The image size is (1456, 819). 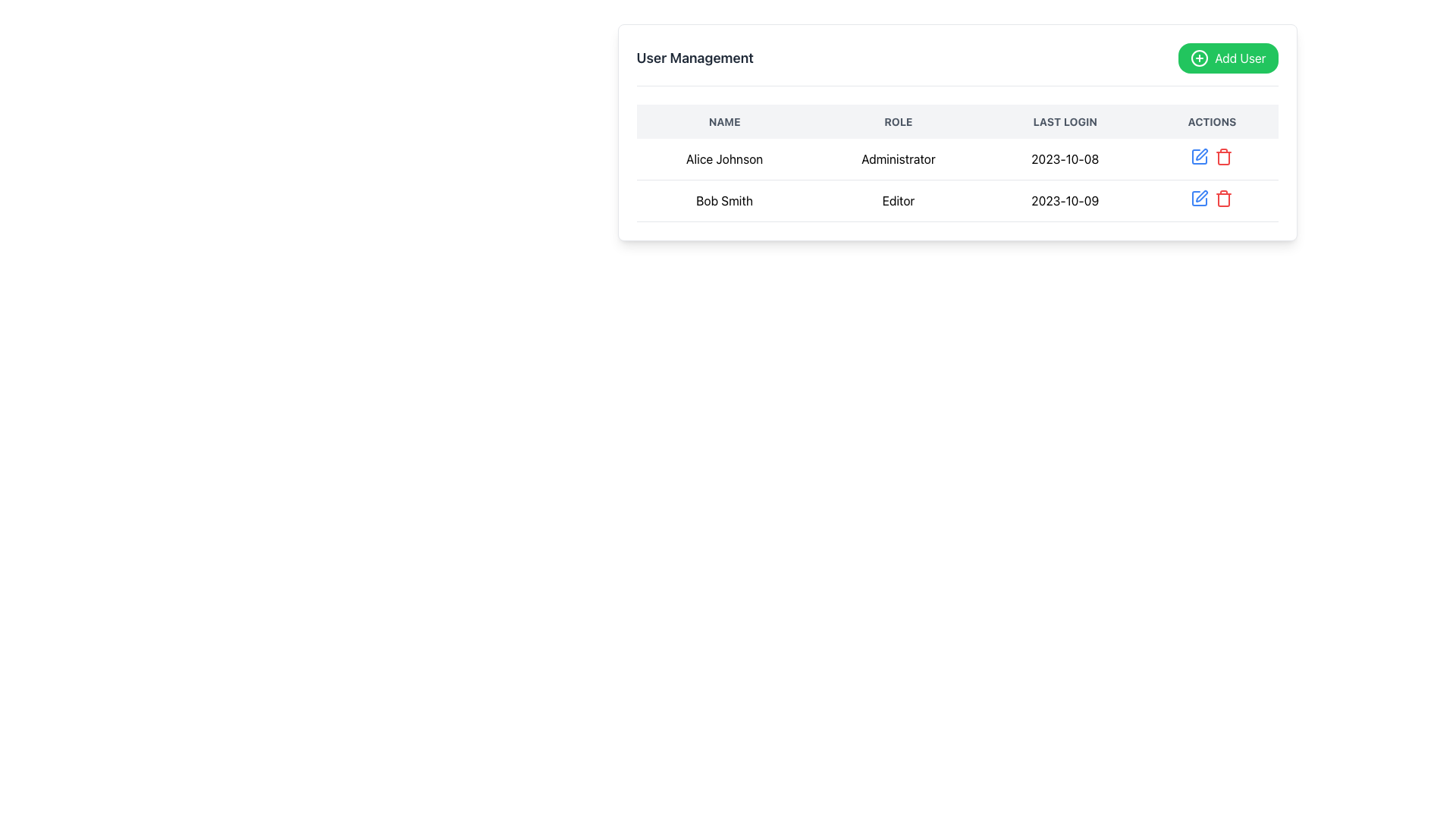 I want to click on the editing icon button for user 'Alice Johnson' in the 'Actions' column, so click(x=1201, y=195).